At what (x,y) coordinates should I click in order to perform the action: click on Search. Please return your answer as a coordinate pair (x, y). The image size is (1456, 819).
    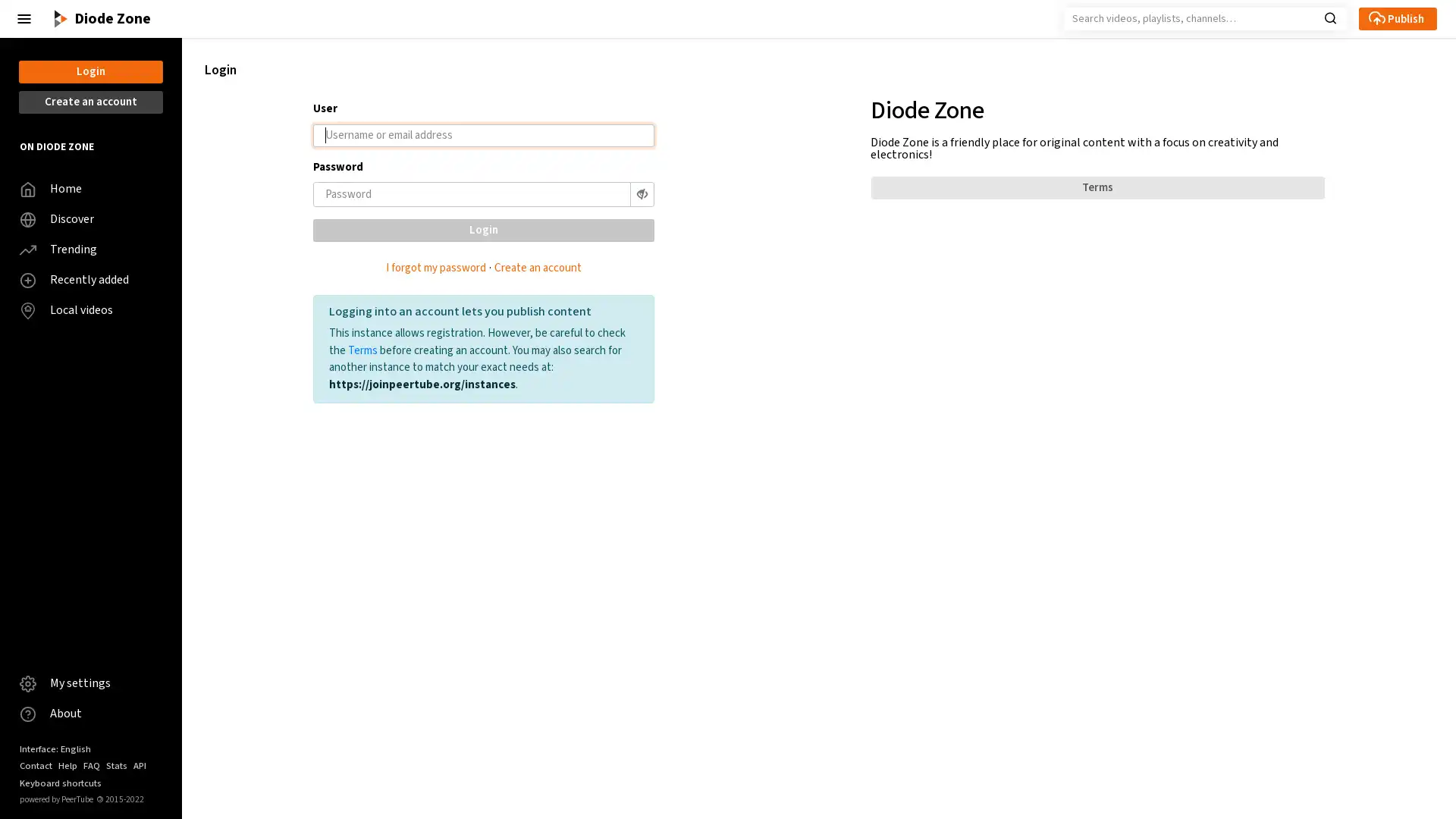
    Looking at the image, I should click on (1329, 17).